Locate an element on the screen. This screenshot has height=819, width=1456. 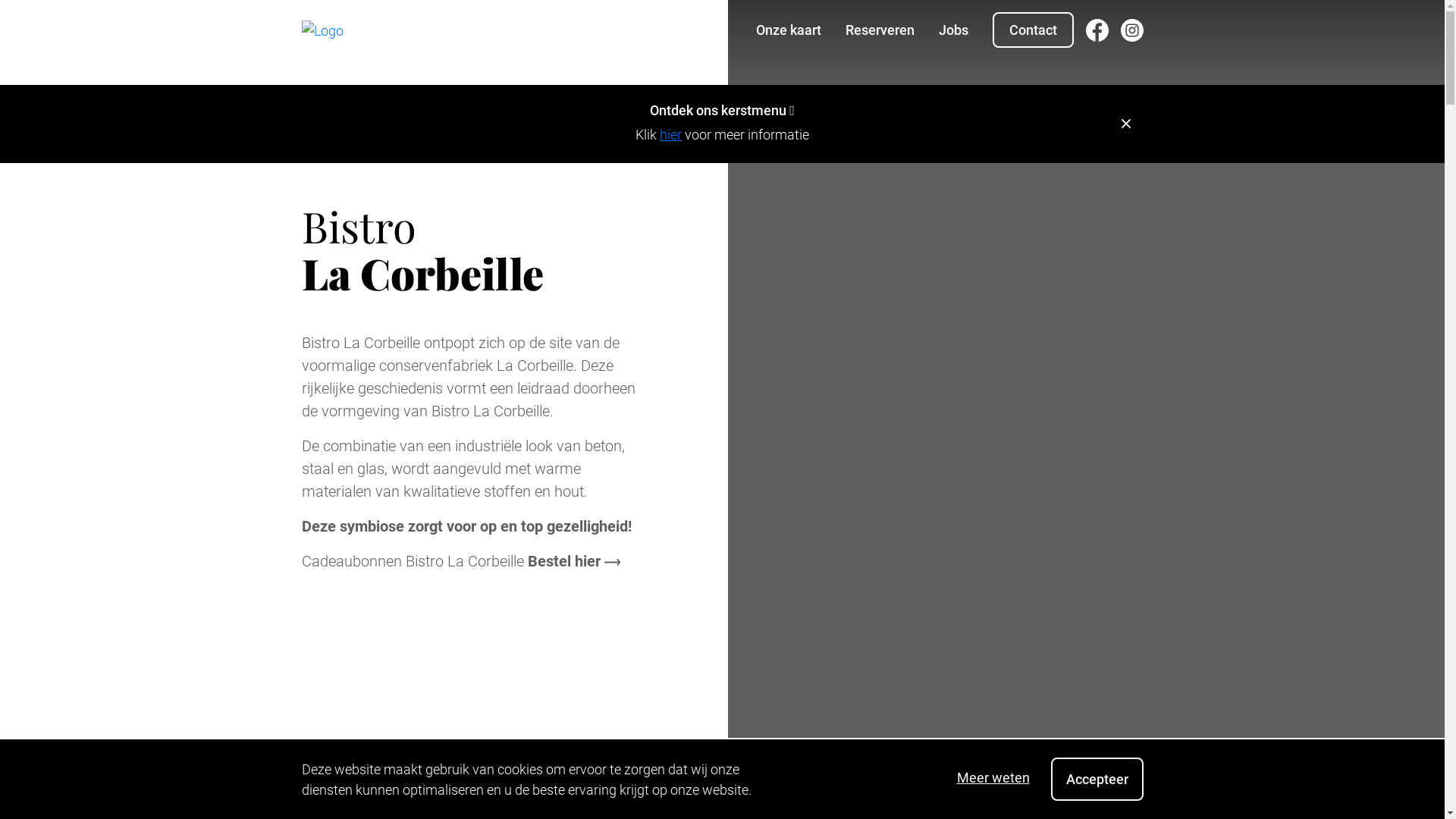
'Meer weten' is located at coordinates (993, 777).